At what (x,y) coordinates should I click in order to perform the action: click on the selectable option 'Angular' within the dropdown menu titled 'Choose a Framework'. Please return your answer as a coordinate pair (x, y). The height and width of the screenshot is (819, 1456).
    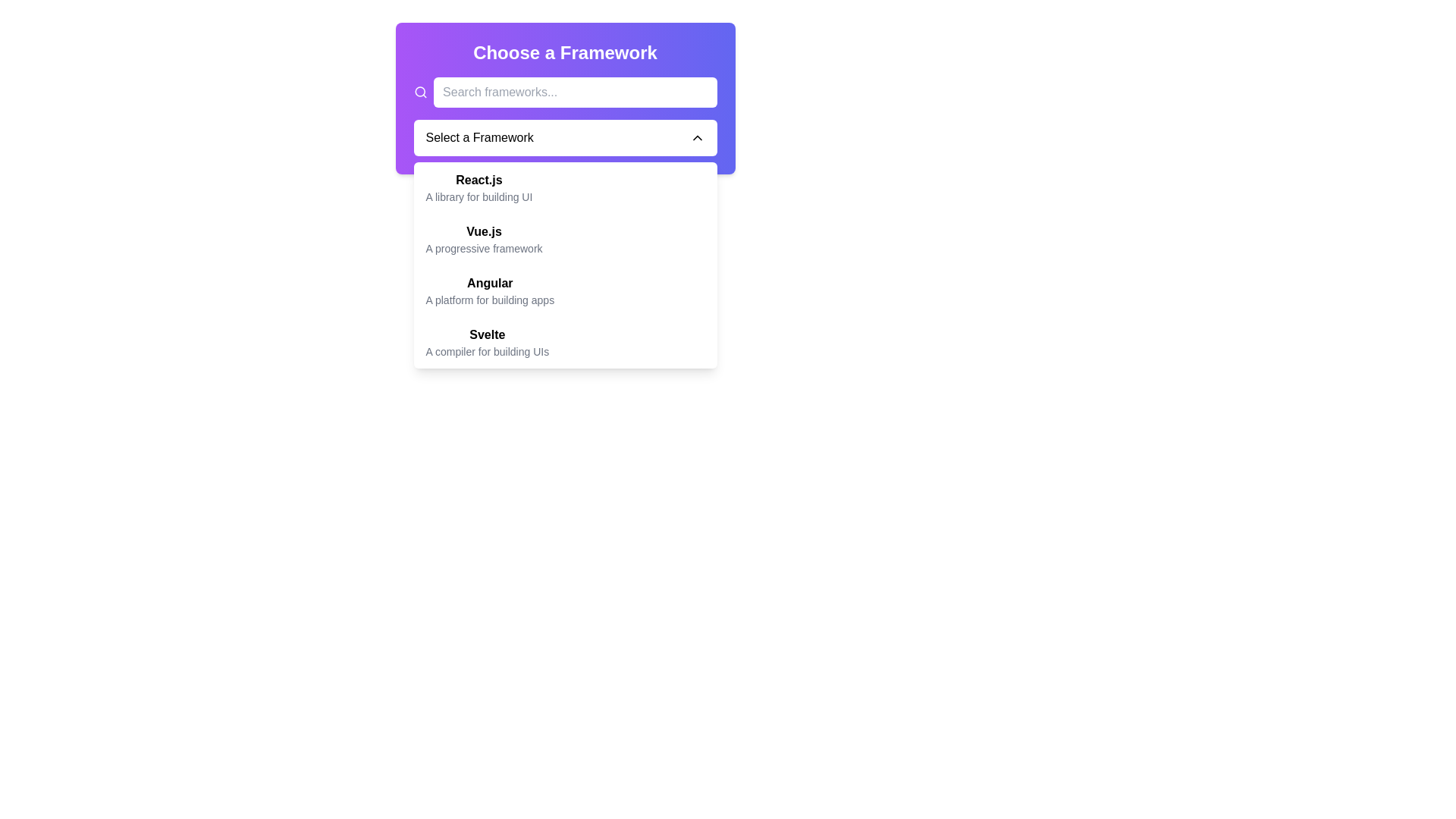
    Looking at the image, I should click on (490, 291).